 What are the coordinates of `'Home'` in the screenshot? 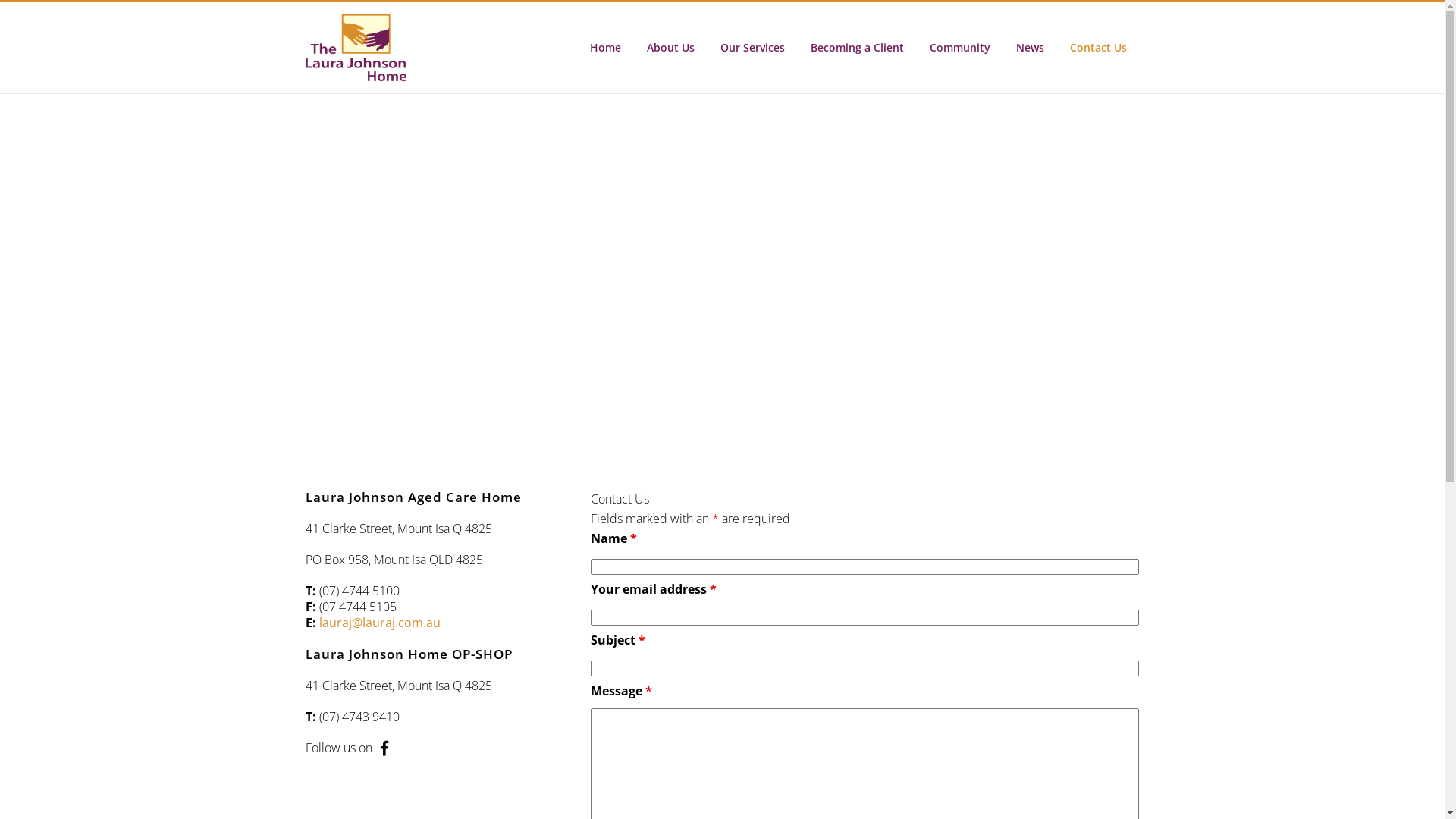 It's located at (575, 46).